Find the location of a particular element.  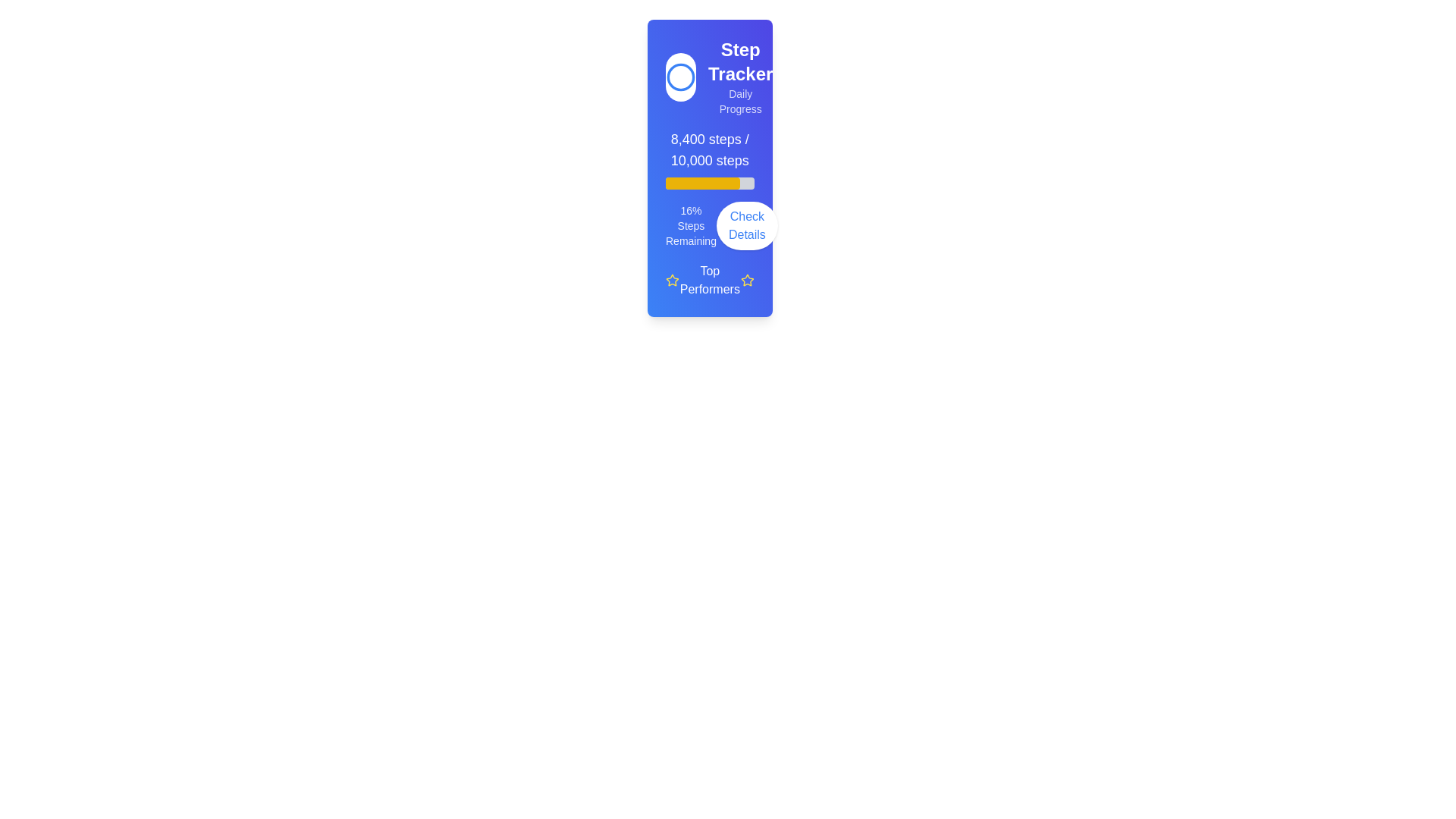

the yellow progress bar representing 84% progress in the step tracker is located at coordinates (701, 183).